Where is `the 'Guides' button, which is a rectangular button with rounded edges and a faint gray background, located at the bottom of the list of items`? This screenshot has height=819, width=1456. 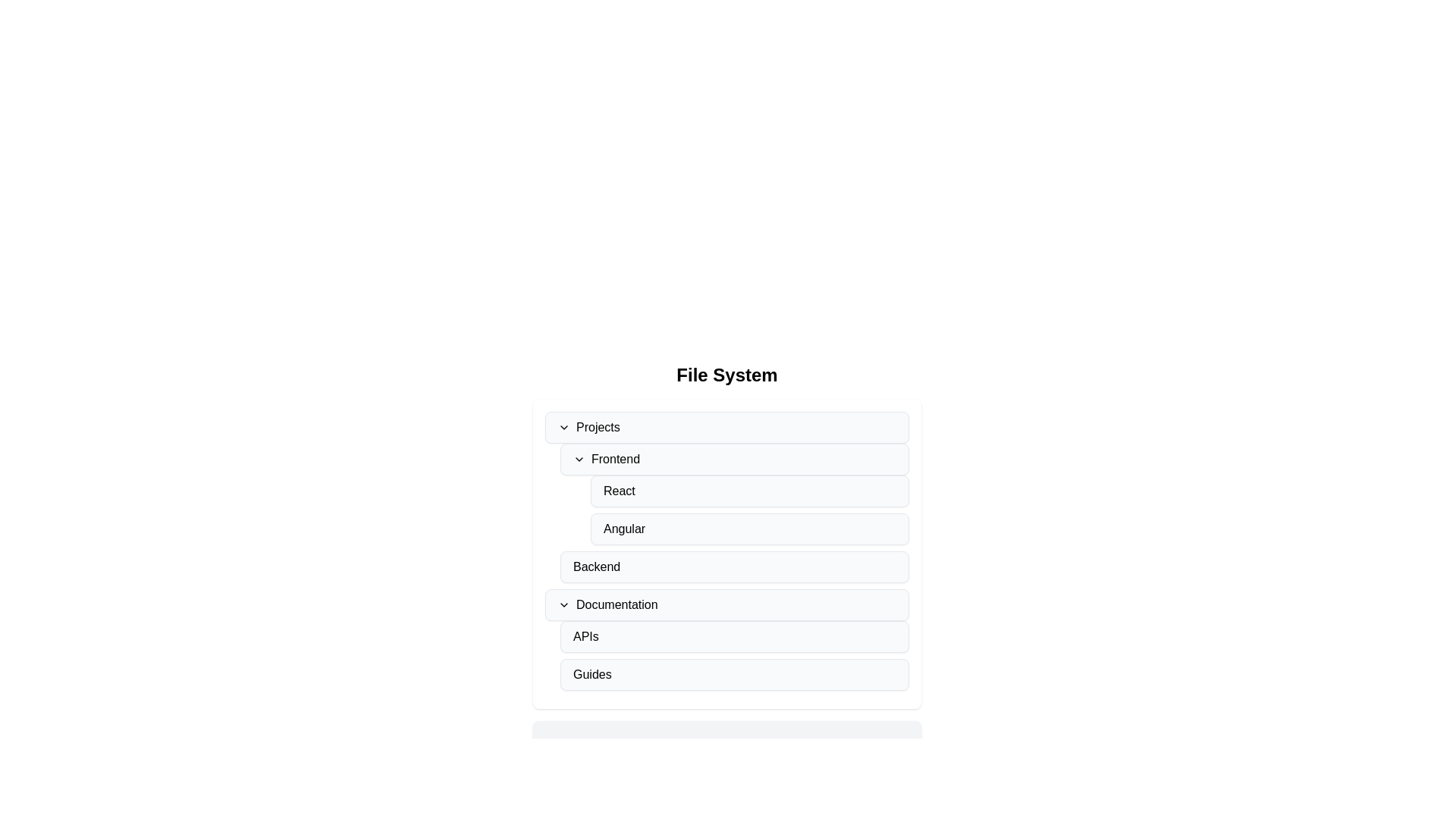 the 'Guides' button, which is a rectangular button with rounded edges and a faint gray background, located at the bottom of the list of items is located at coordinates (726, 674).